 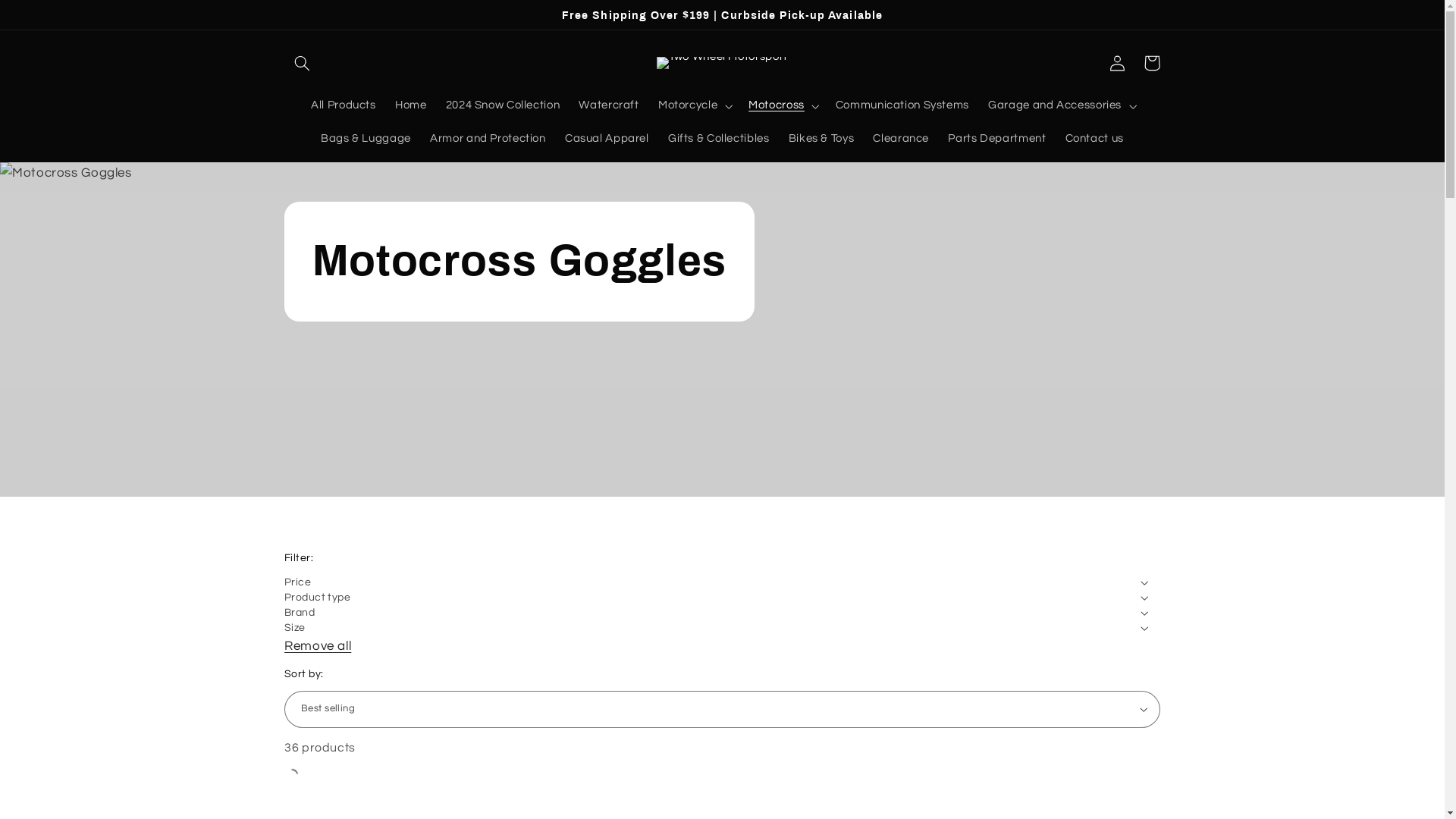 I want to click on 'Parts Department', so click(x=997, y=140).